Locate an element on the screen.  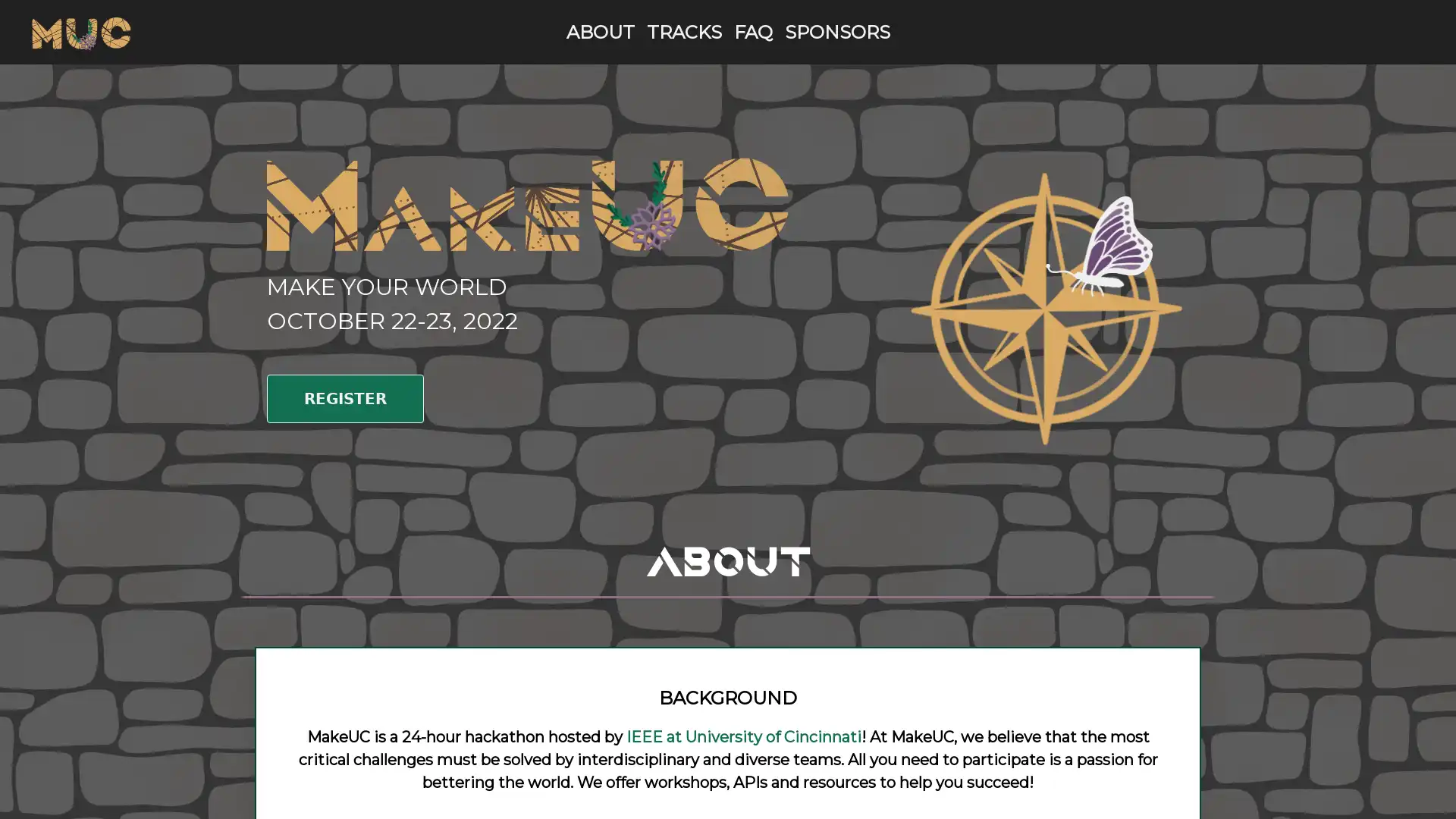
REGISTER is located at coordinates (344, 397).